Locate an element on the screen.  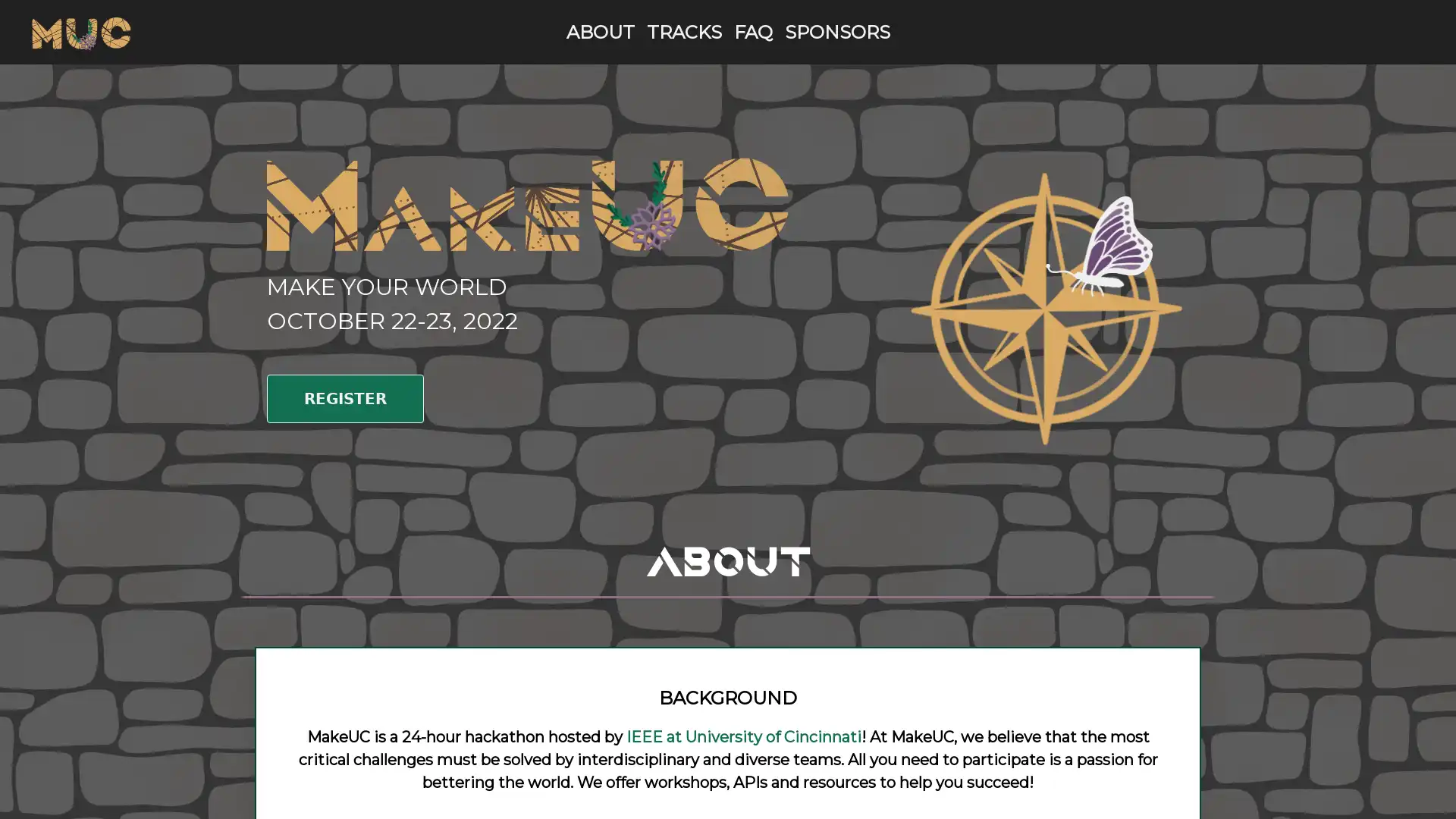
REGISTER is located at coordinates (344, 397).